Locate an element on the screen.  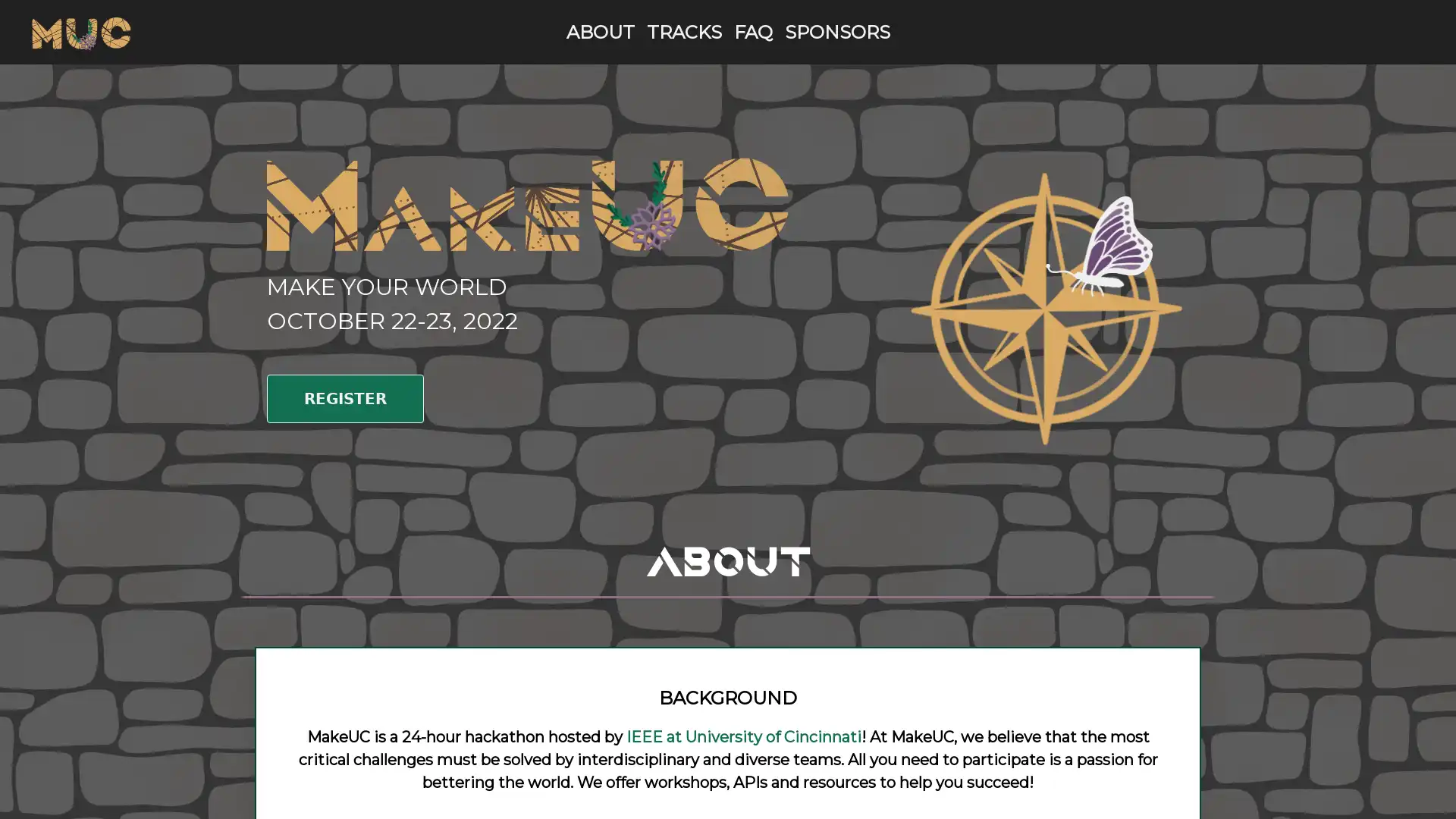
REGISTER is located at coordinates (344, 397).